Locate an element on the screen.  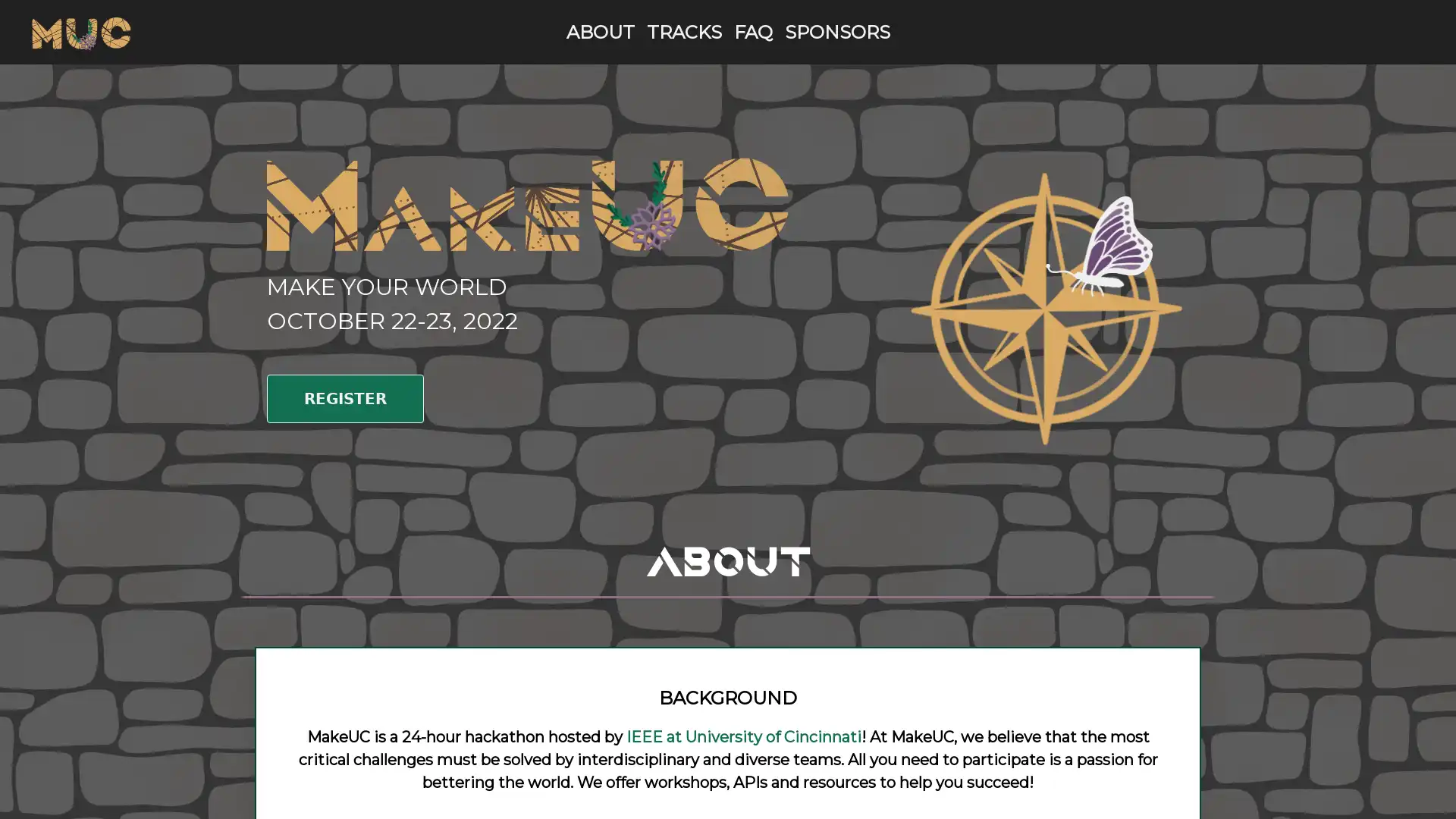
REGISTER is located at coordinates (344, 397).